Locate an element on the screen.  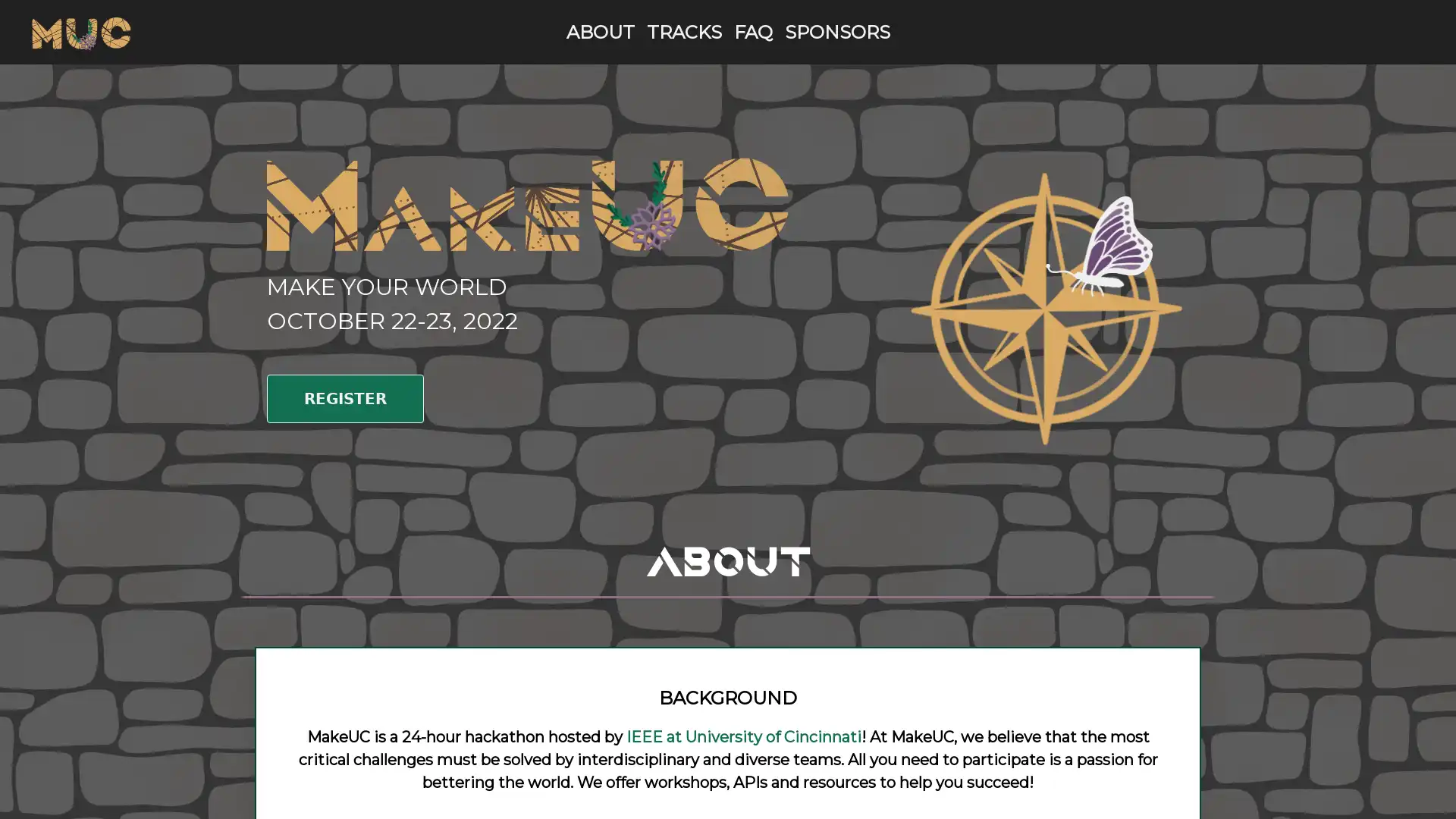
REGISTER is located at coordinates (344, 397).